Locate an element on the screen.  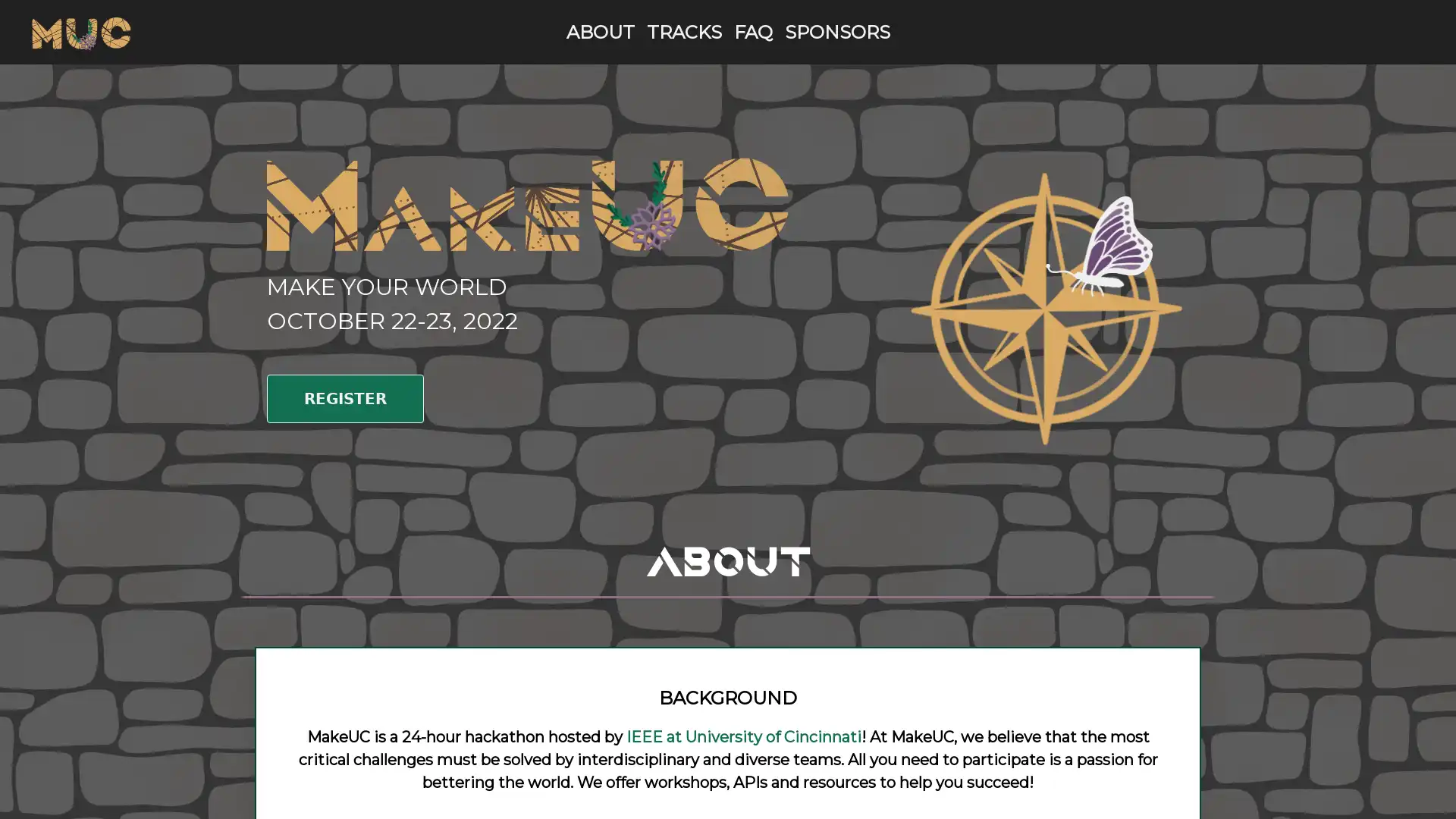
REGISTER is located at coordinates (344, 397).